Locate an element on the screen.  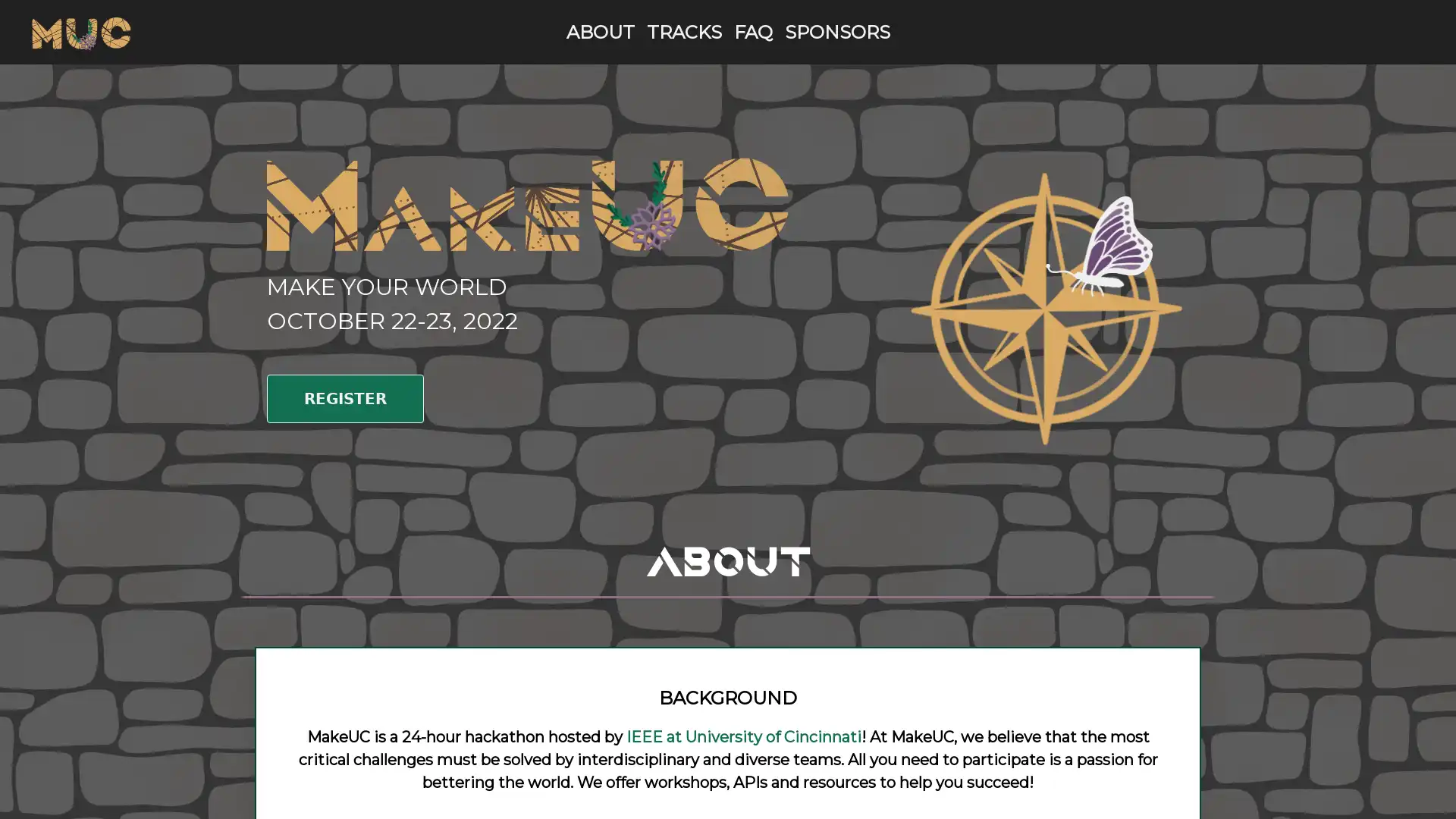
REGISTER is located at coordinates (344, 397).